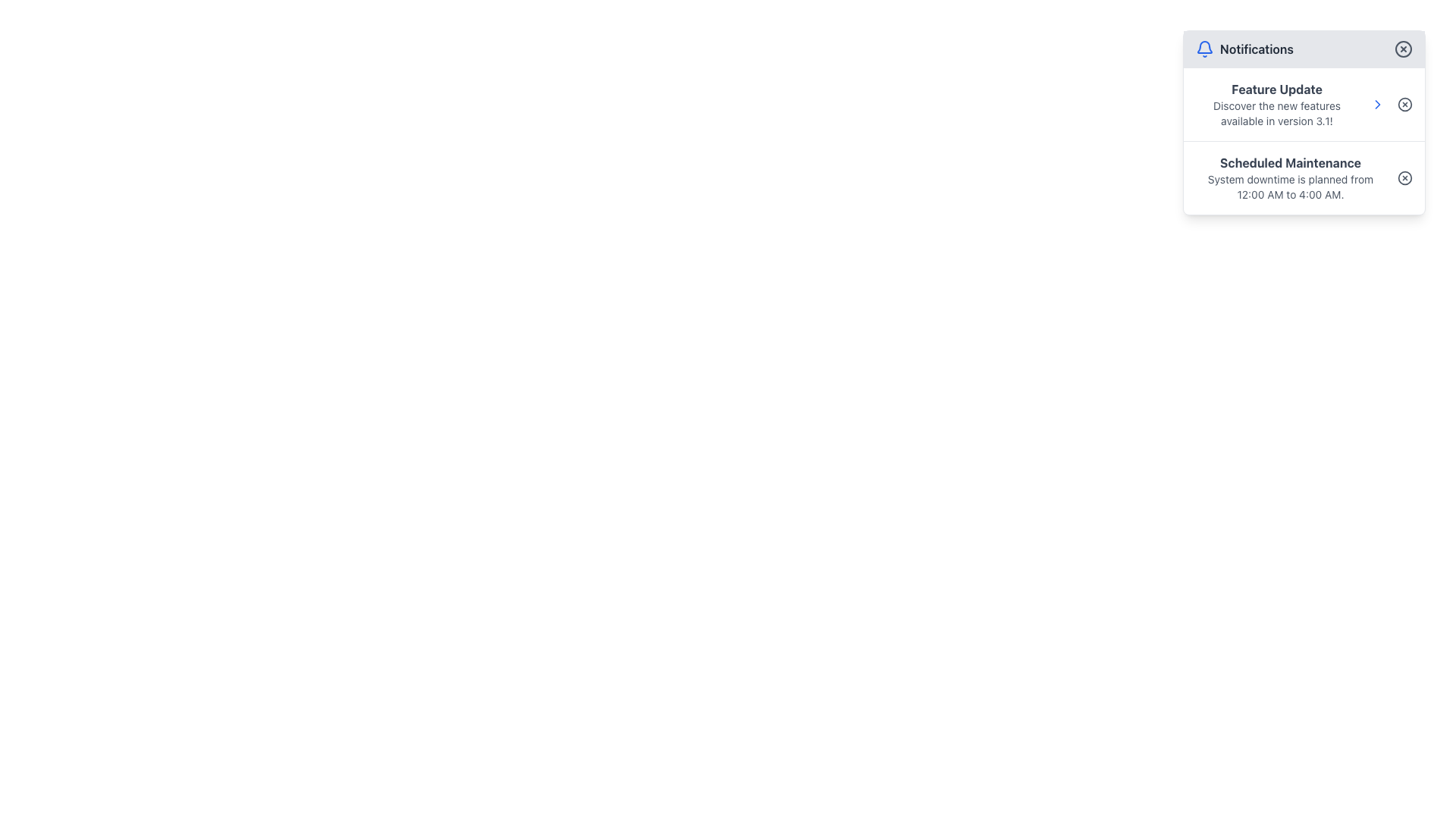 Image resolution: width=1456 pixels, height=819 pixels. What do you see at coordinates (1403, 49) in the screenshot?
I see `the close button located at the top-right corner of the notification dropdown` at bounding box center [1403, 49].